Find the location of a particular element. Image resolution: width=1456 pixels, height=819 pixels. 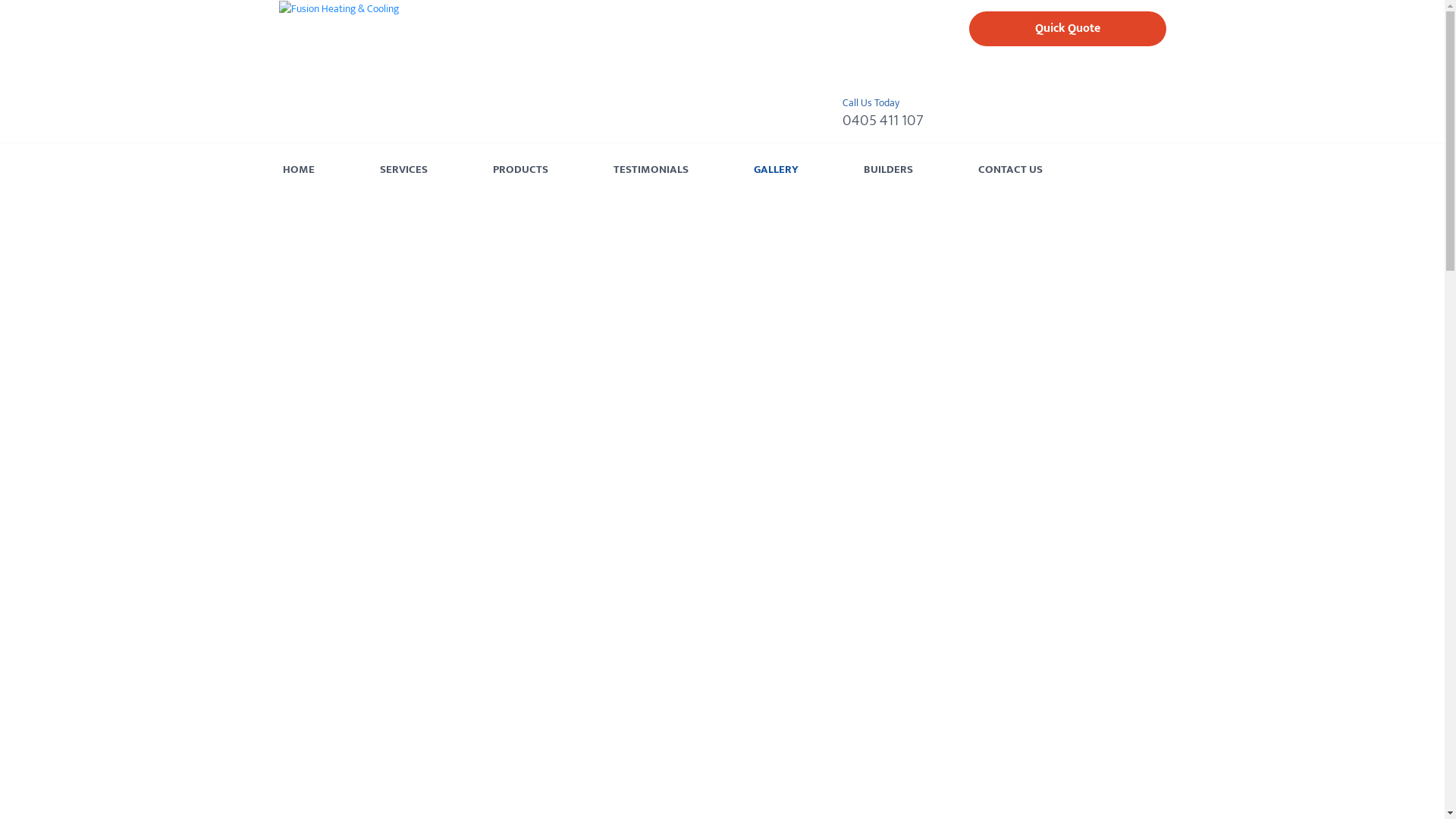

'SERVICES' is located at coordinates (403, 169).